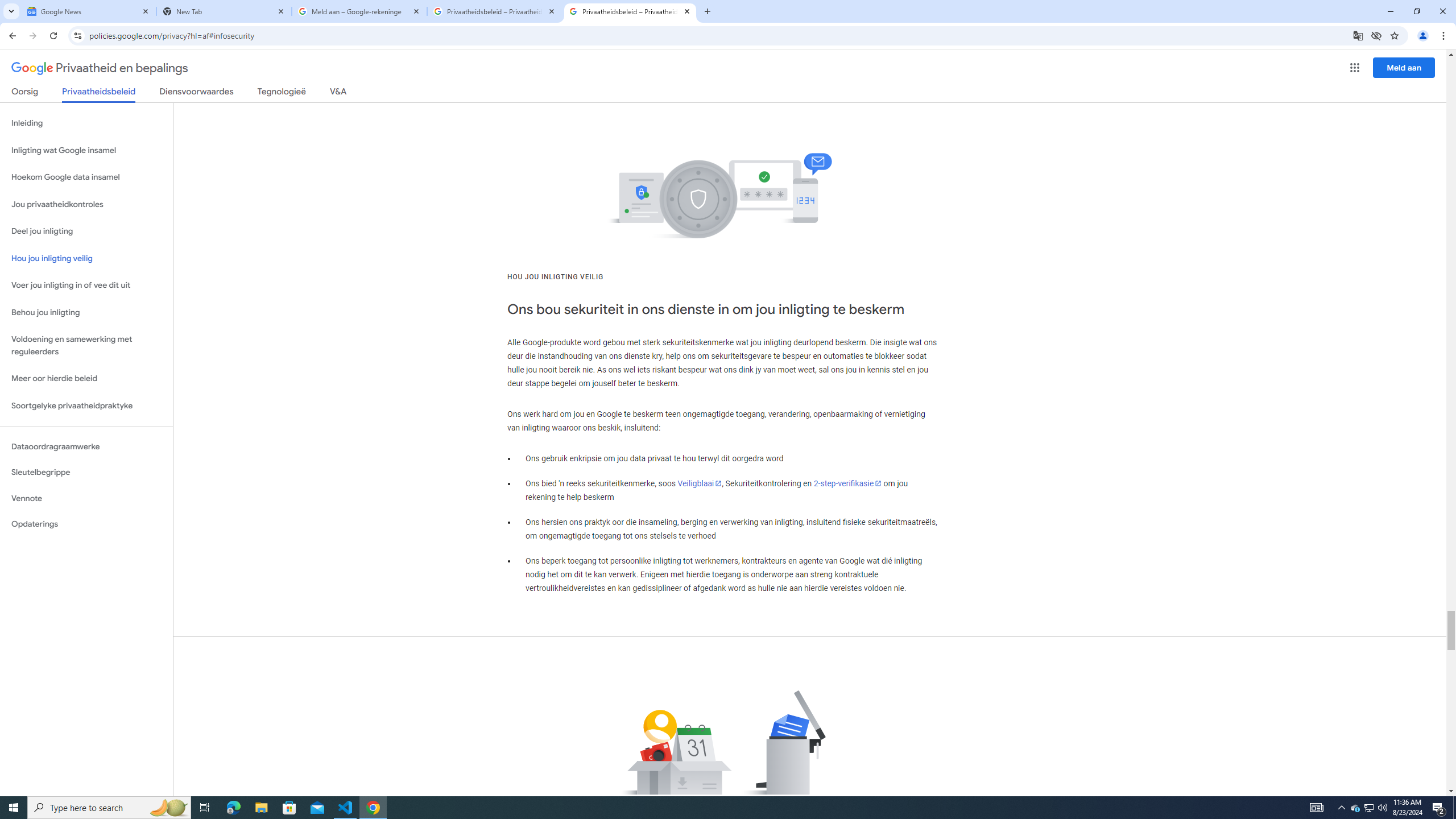 Image resolution: width=1456 pixels, height=819 pixels. Describe the element at coordinates (99, 94) in the screenshot. I see `'Privaatheidsbeleid'` at that location.